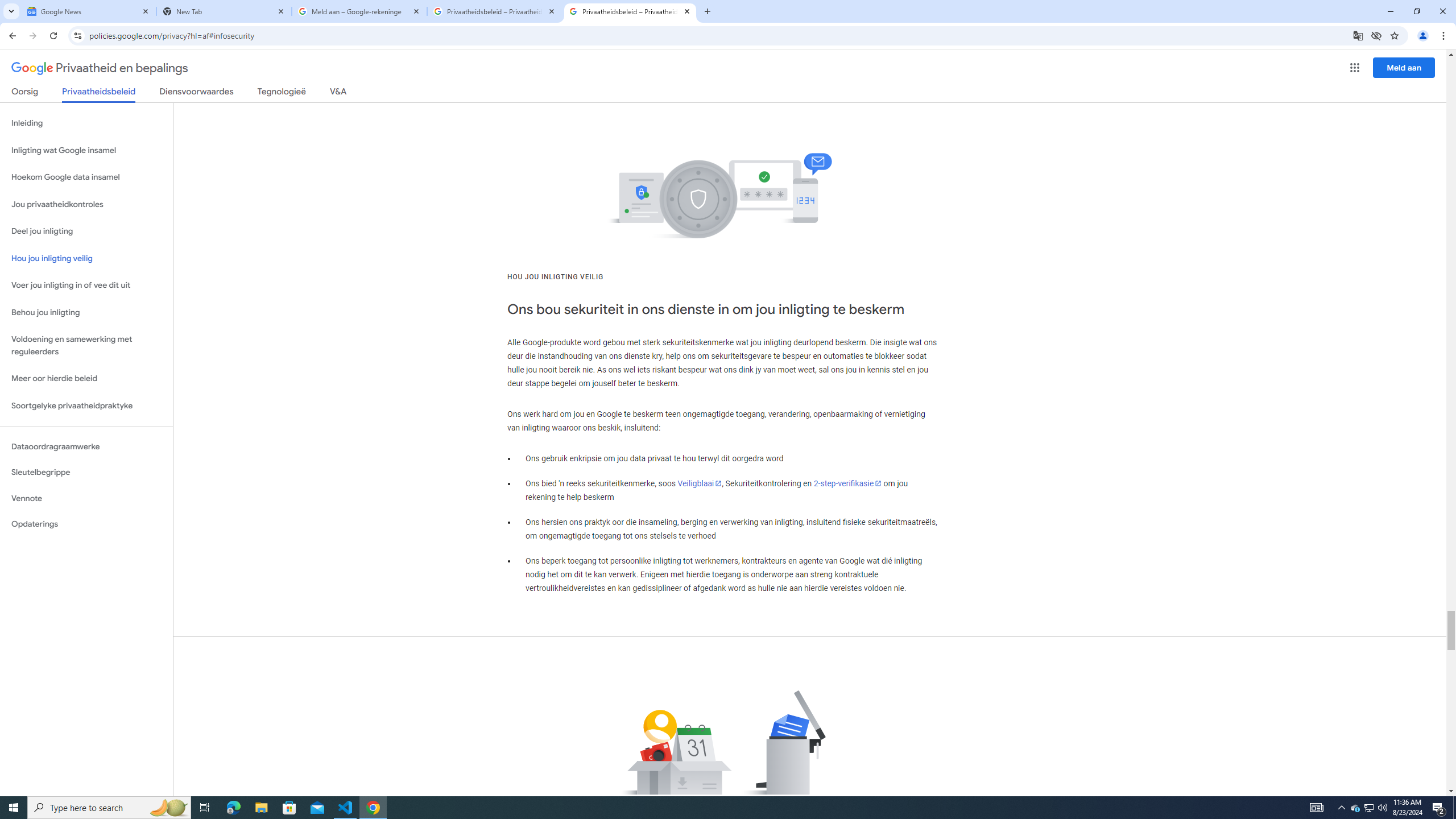 Image resolution: width=1456 pixels, height=819 pixels. Describe the element at coordinates (99, 94) in the screenshot. I see `'Privaatheidsbeleid'` at that location.